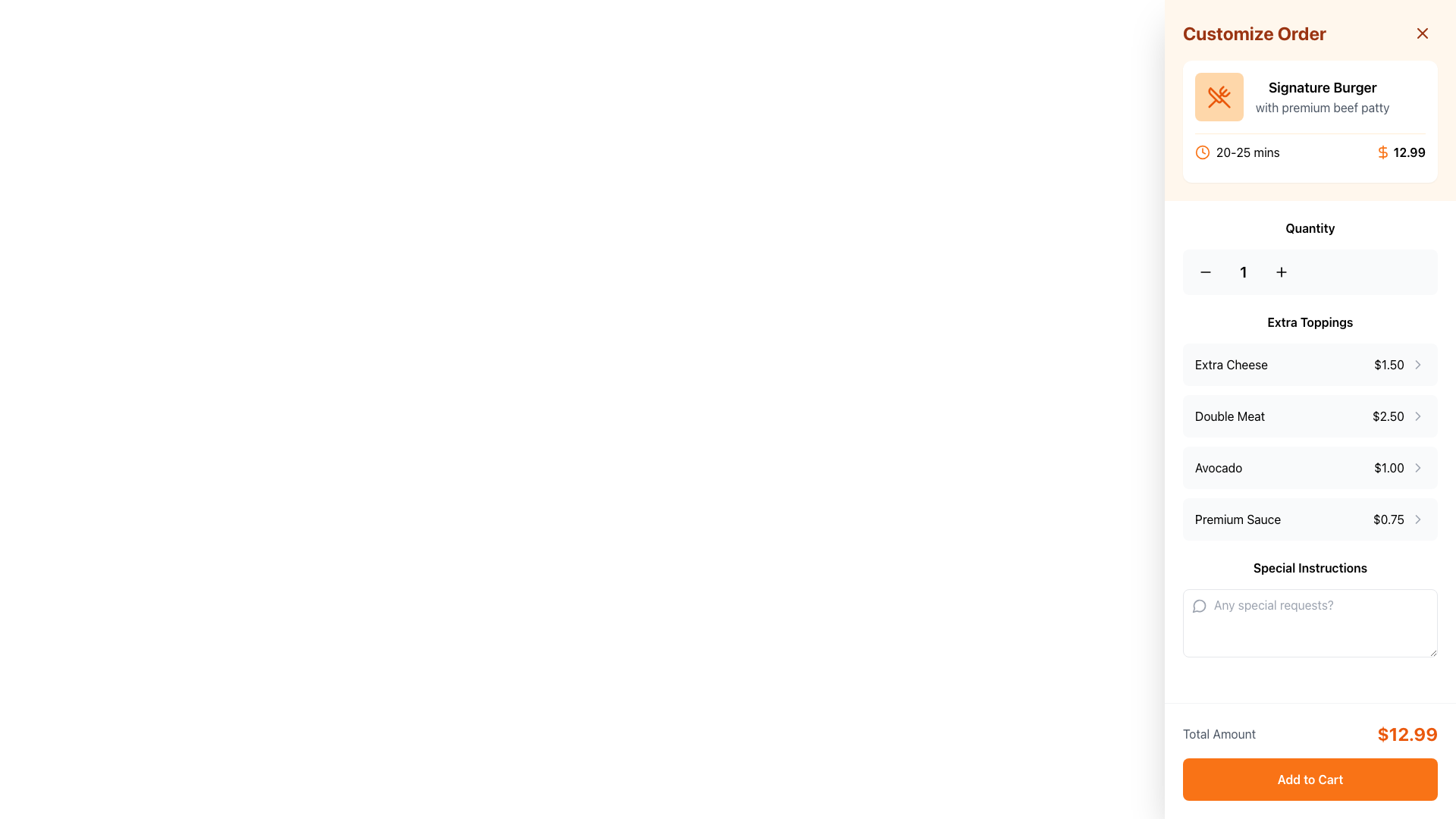  I want to click on the circular minus button located to the left of the quantity value in the 'Quantity' section to change its background, so click(1204, 271).